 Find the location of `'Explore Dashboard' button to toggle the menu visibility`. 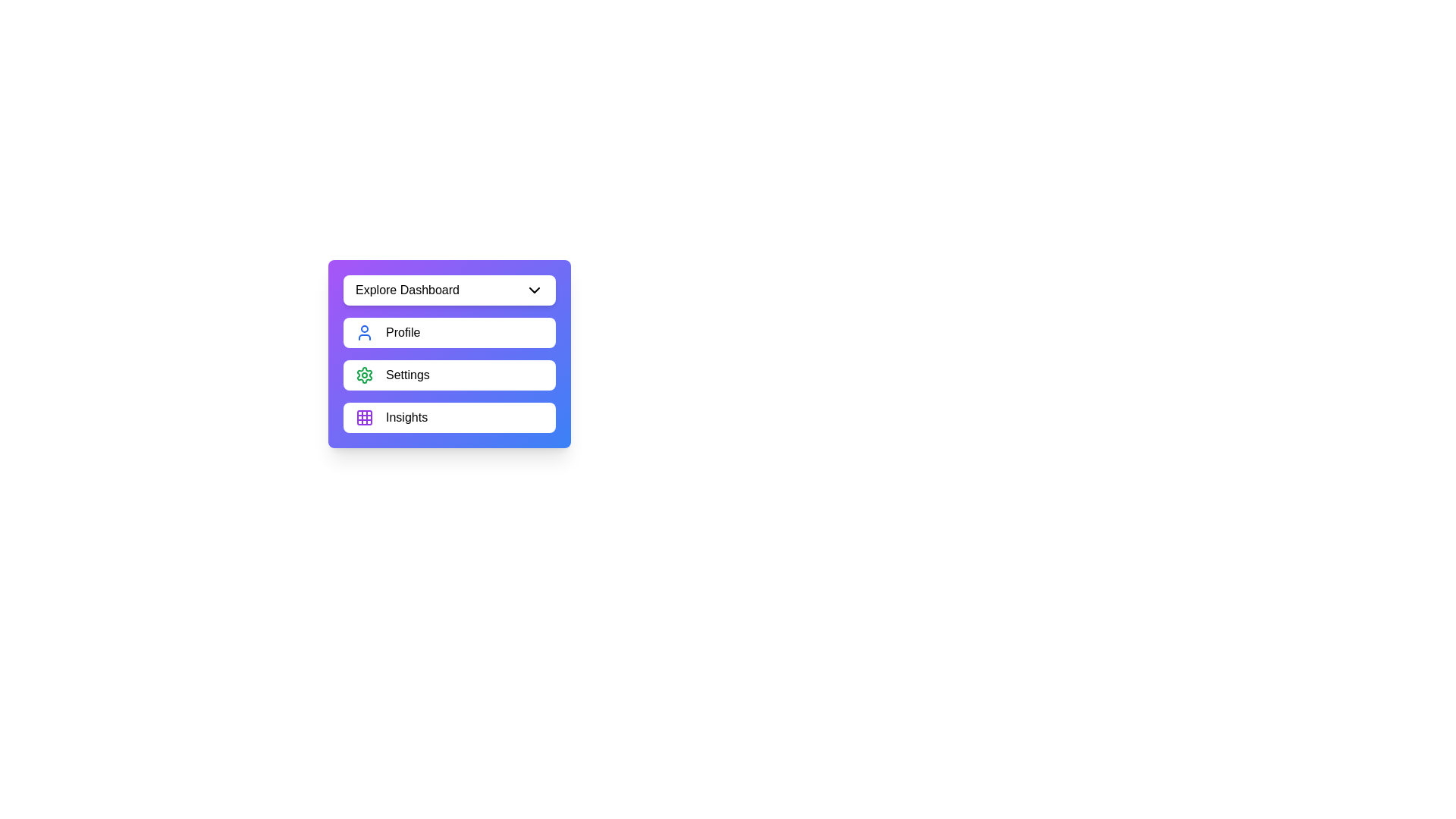

'Explore Dashboard' button to toggle the menu visibility is located at coordinates (449, 290).